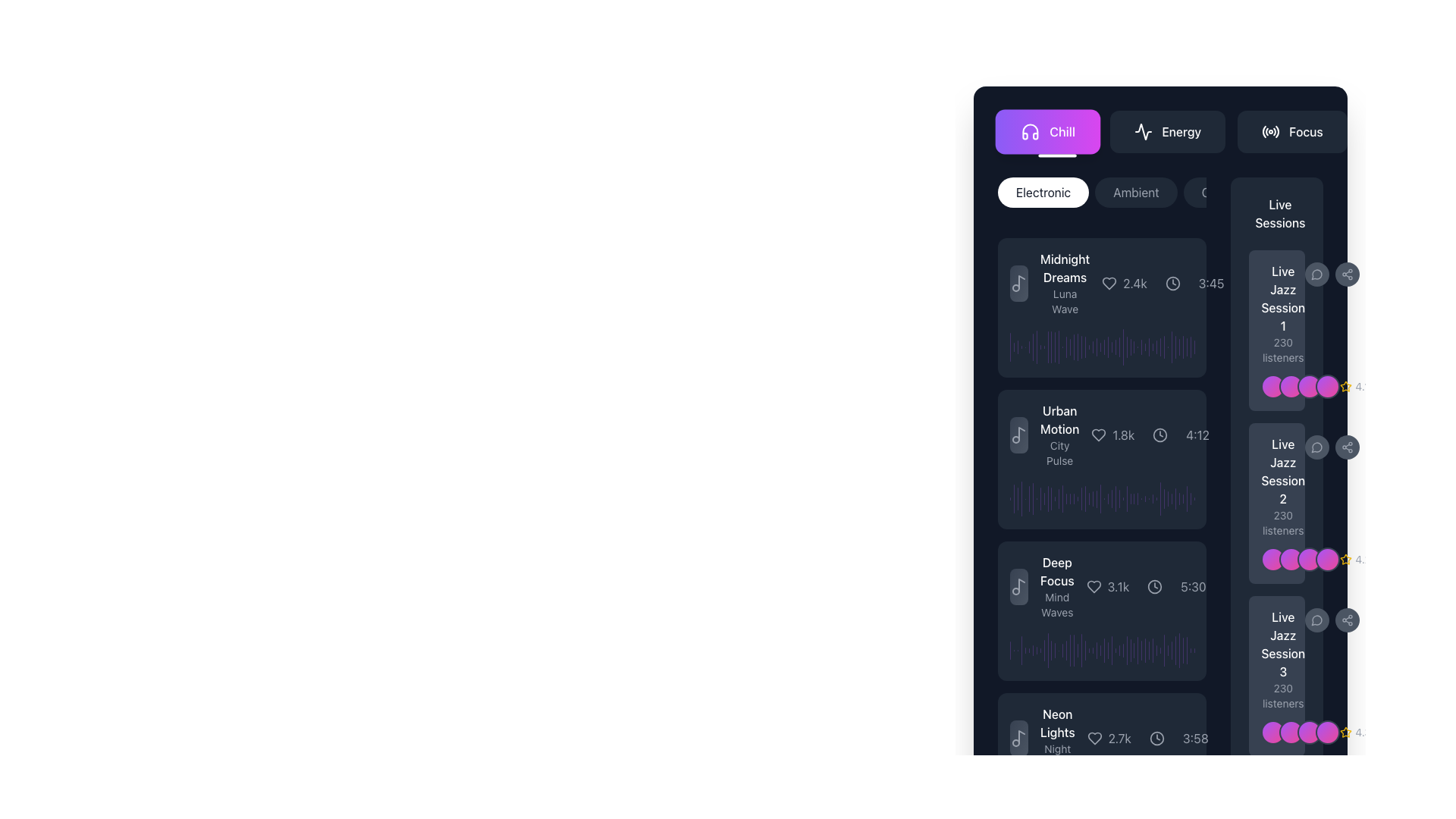 Image resolution: width=1456 pixels, height=819 pixels. I want to click on displayed information from the second text block within the 'Live Sessions' group, which provides details about a specific live session, so click(1276, 486).